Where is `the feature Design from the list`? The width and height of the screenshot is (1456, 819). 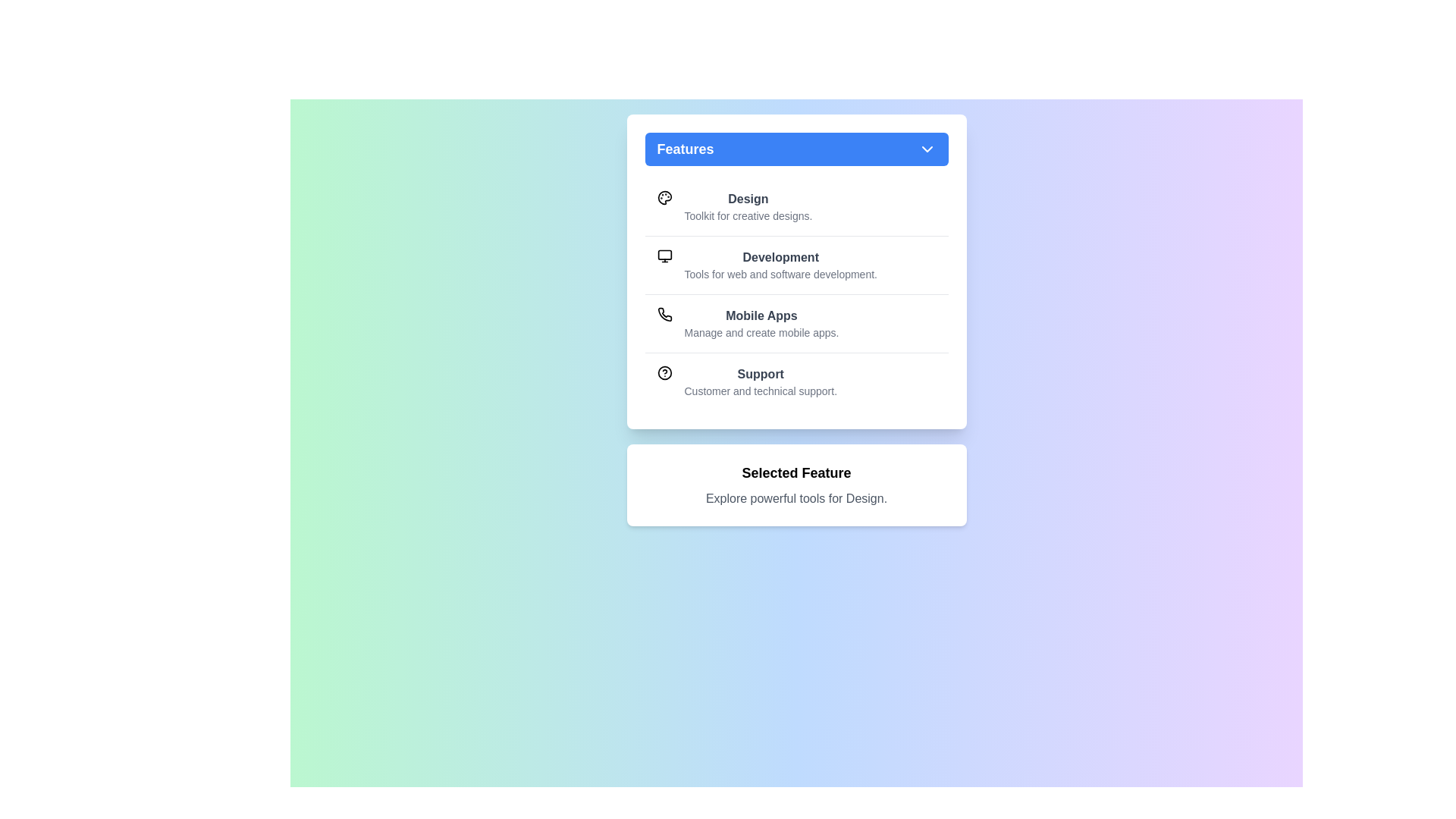
the feature Design from the list is located at coordinates (795, 207).